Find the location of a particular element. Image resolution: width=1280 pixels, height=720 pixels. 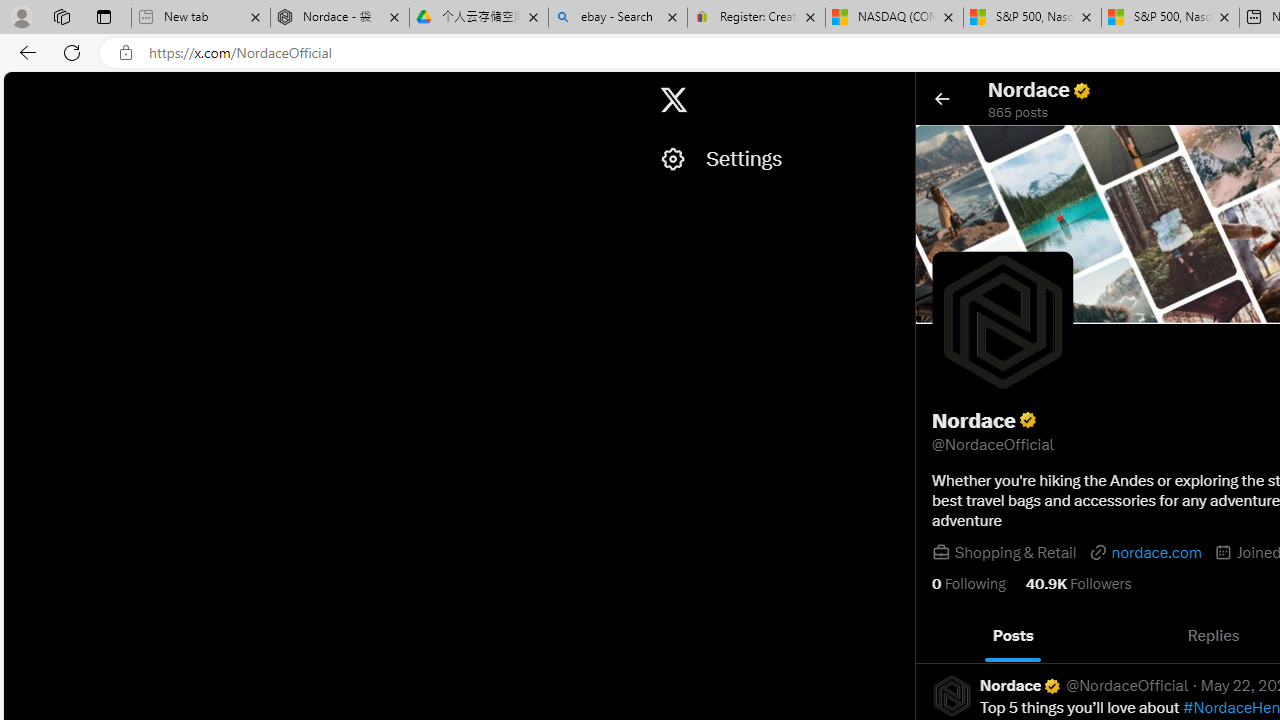

'Square profile picture and Opens profile photo' is located at coordinates (1002, 320).